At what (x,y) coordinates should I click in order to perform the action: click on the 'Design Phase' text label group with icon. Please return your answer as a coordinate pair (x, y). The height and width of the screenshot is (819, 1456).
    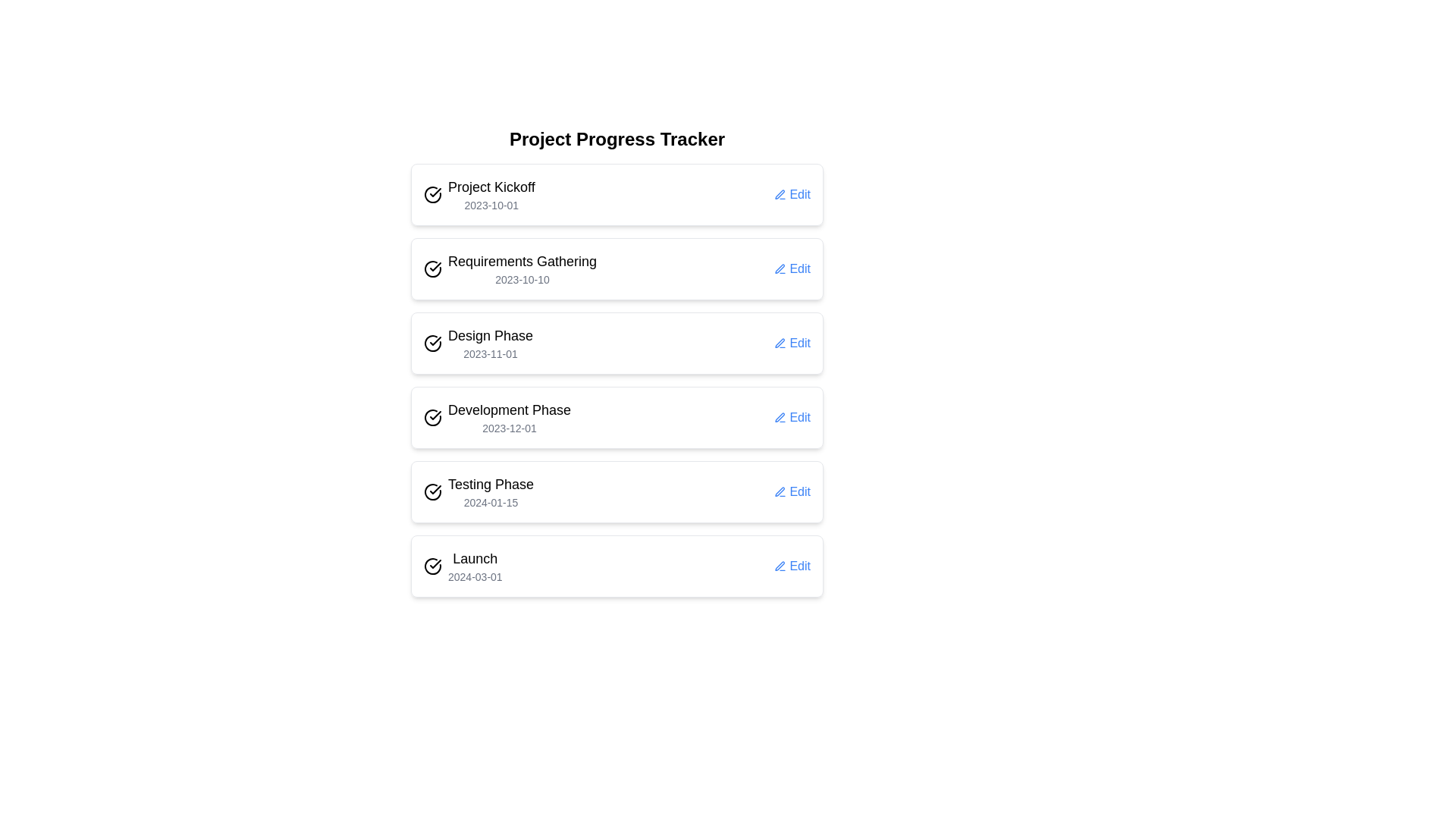
    Looking at the image, I should click on (478, 343).